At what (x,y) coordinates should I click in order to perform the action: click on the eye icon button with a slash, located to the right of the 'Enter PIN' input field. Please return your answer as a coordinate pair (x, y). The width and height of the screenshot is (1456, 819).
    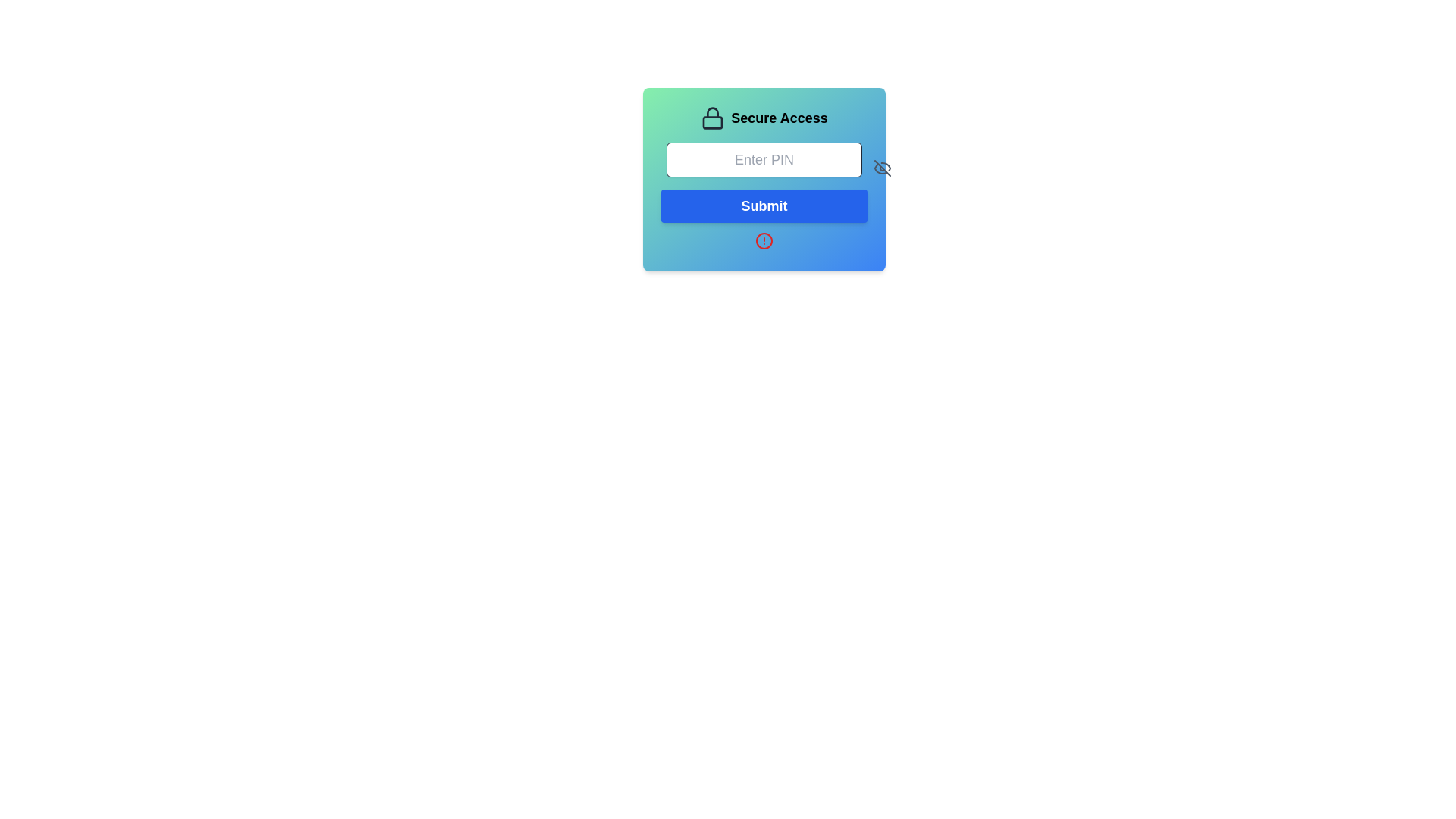
    Looking at the image, I should click on (882, 168).